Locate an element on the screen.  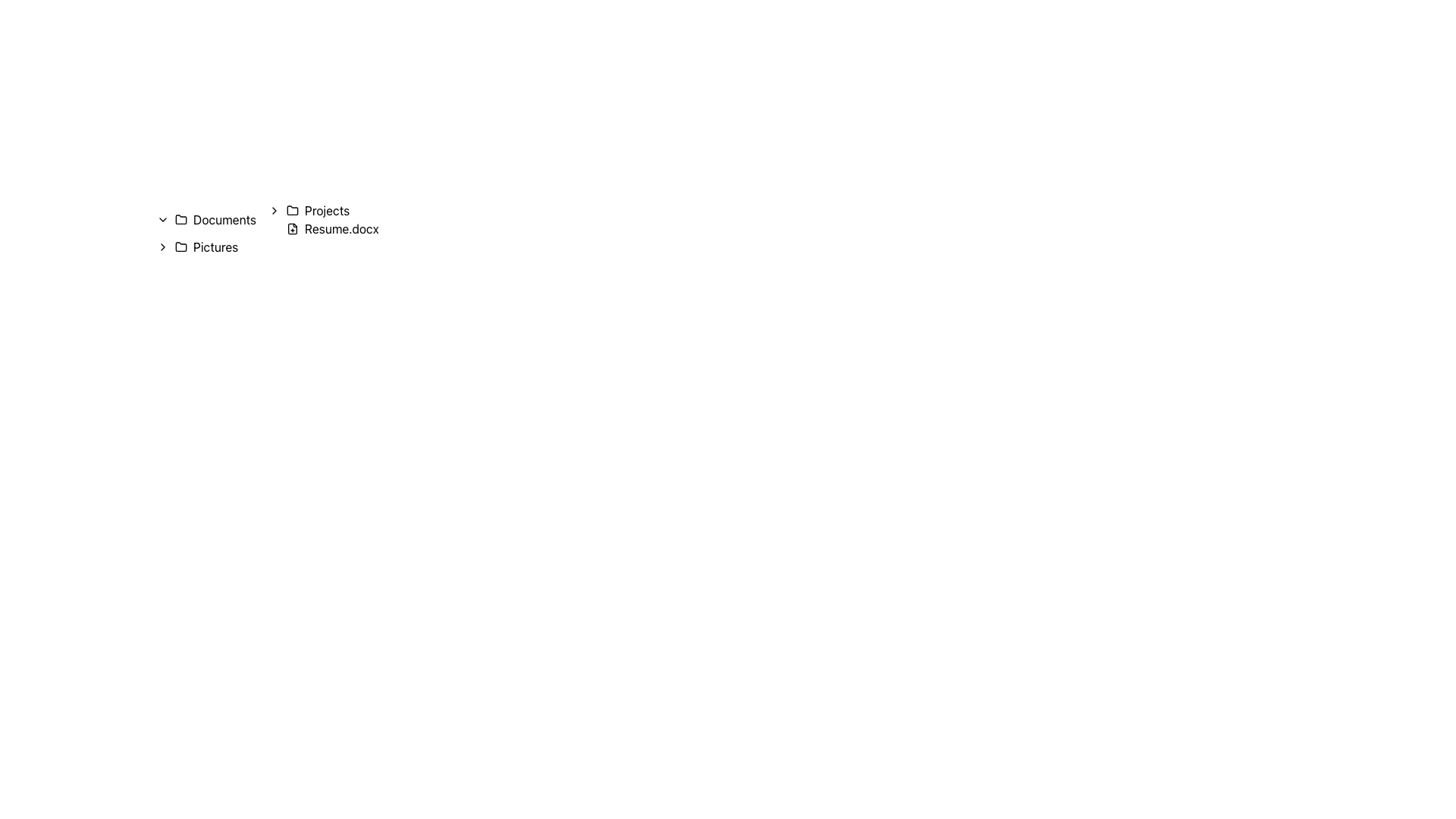
the label 'Resume.docx' in the file entry list is located at coordinates (340, 228).